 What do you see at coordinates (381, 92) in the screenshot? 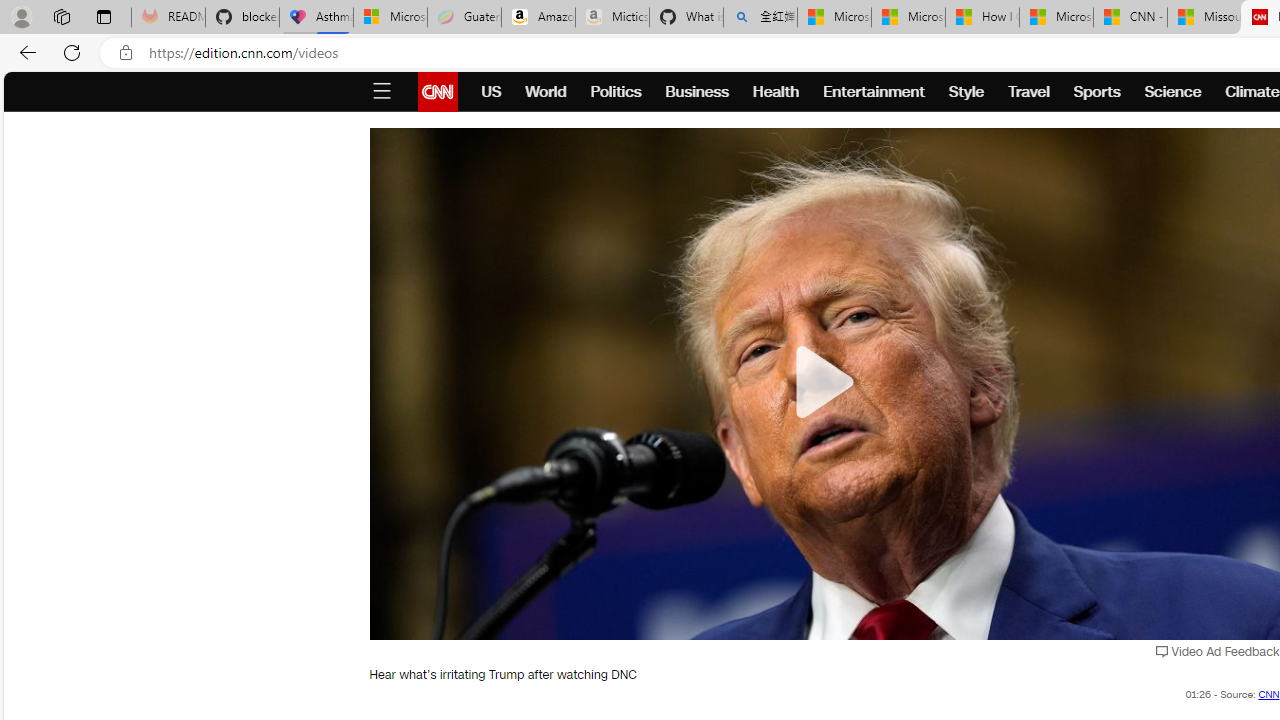
I see `'Open Menu Icon'` at bounding box center [381, 92].